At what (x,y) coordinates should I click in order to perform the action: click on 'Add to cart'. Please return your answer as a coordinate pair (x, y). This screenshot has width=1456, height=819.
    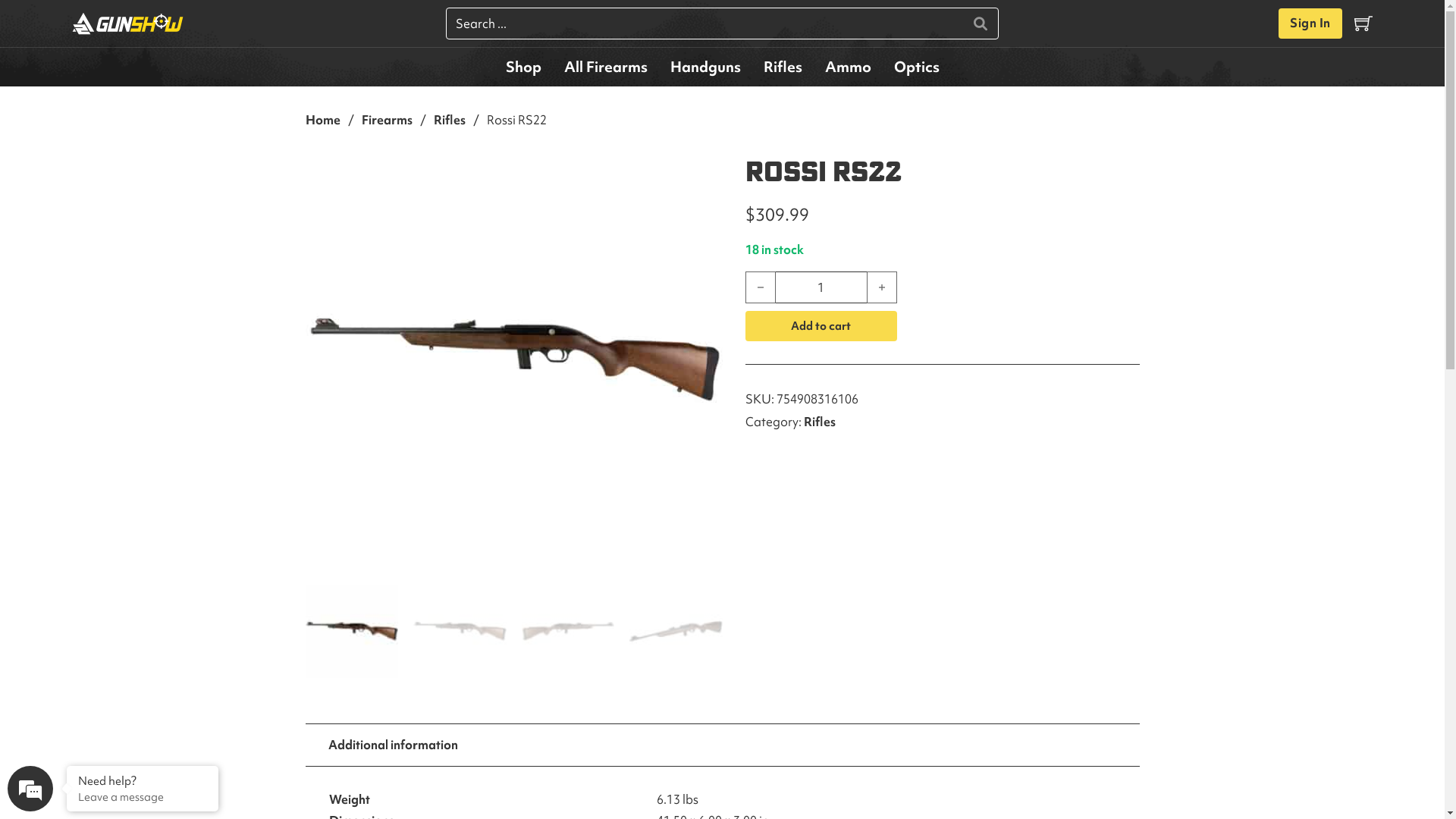
    Looking at the image, I should click on (819, 325).